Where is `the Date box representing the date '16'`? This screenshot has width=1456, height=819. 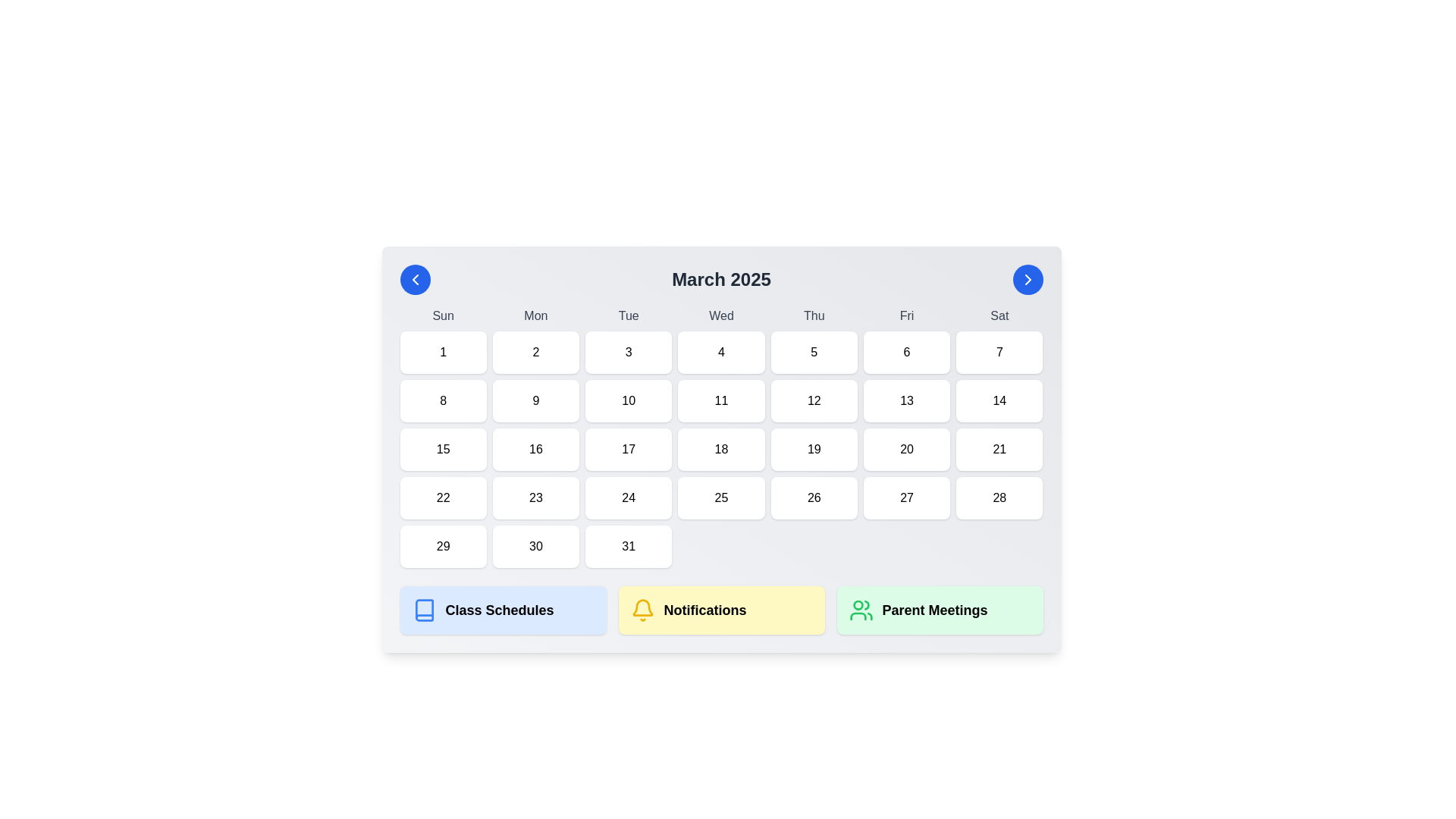 the Date box representing the date '16' is located at coordinates (535, 449).